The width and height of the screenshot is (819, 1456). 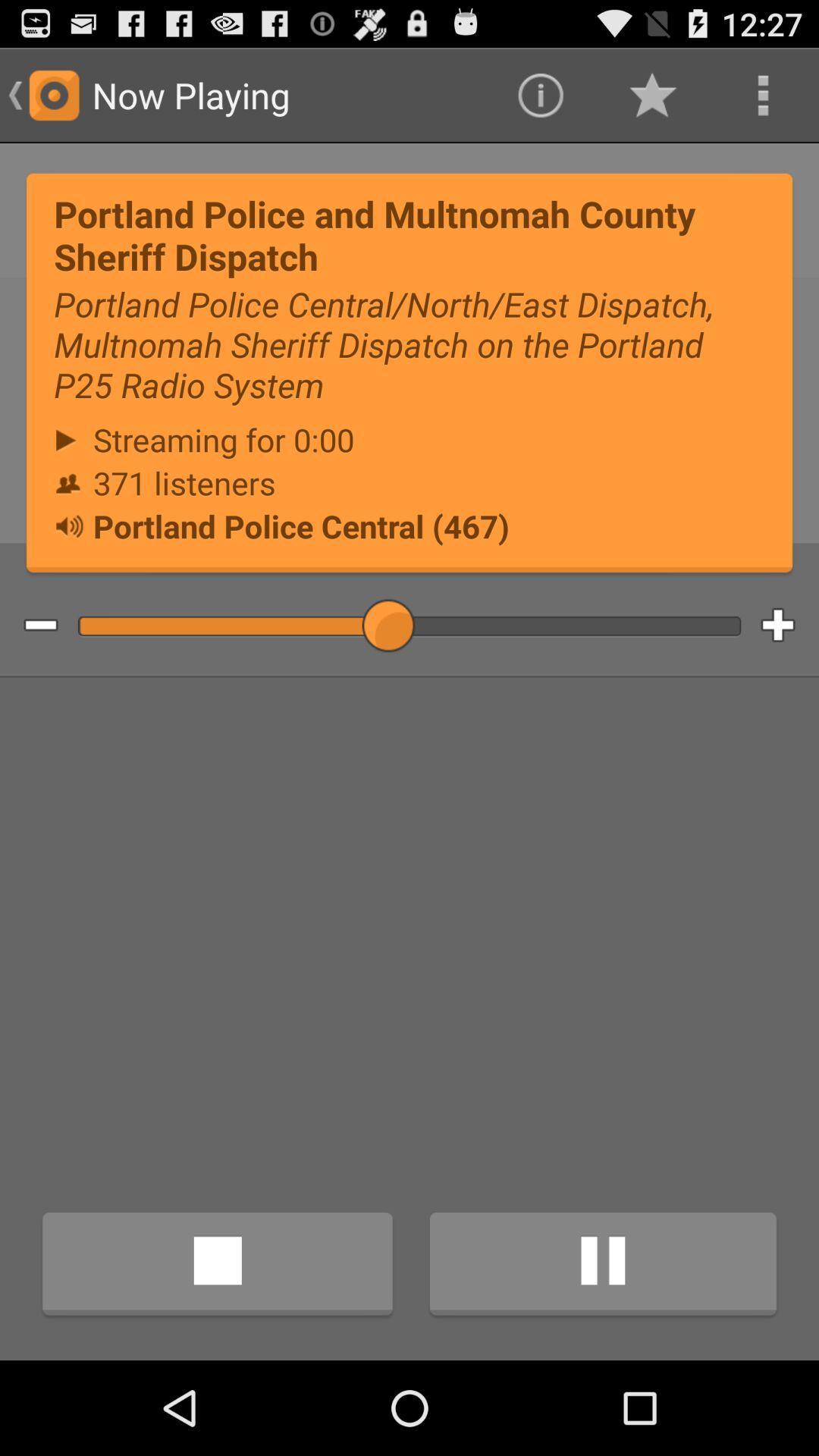 What do you see at coordinates (539, 94) in the screenshot?
I see `the app above the portland police and icon` at bounding box center [539, 94].